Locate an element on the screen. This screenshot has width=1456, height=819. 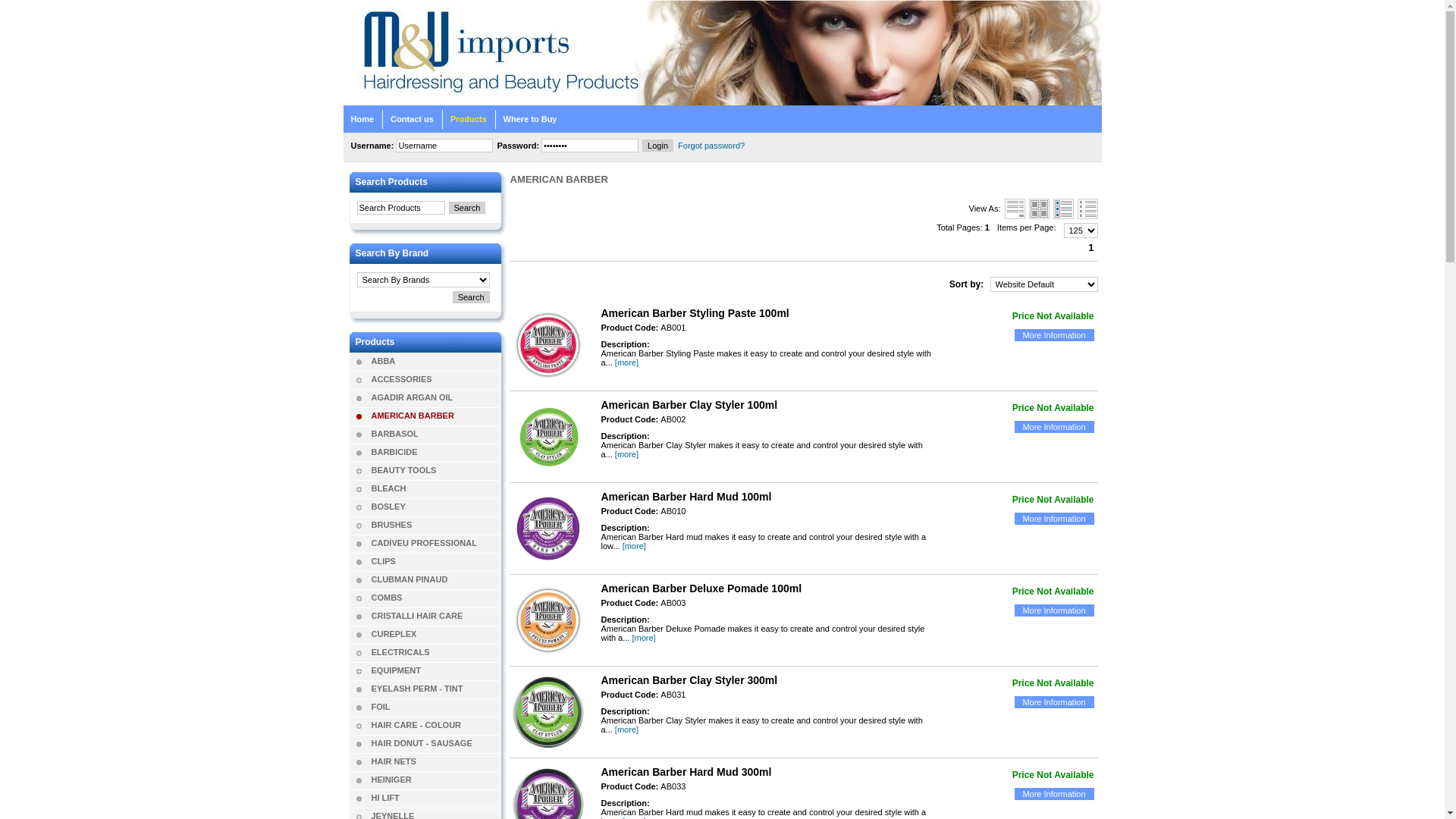
'CADIVEU PROFESSIONAL' is located at coordinates (435, 542).